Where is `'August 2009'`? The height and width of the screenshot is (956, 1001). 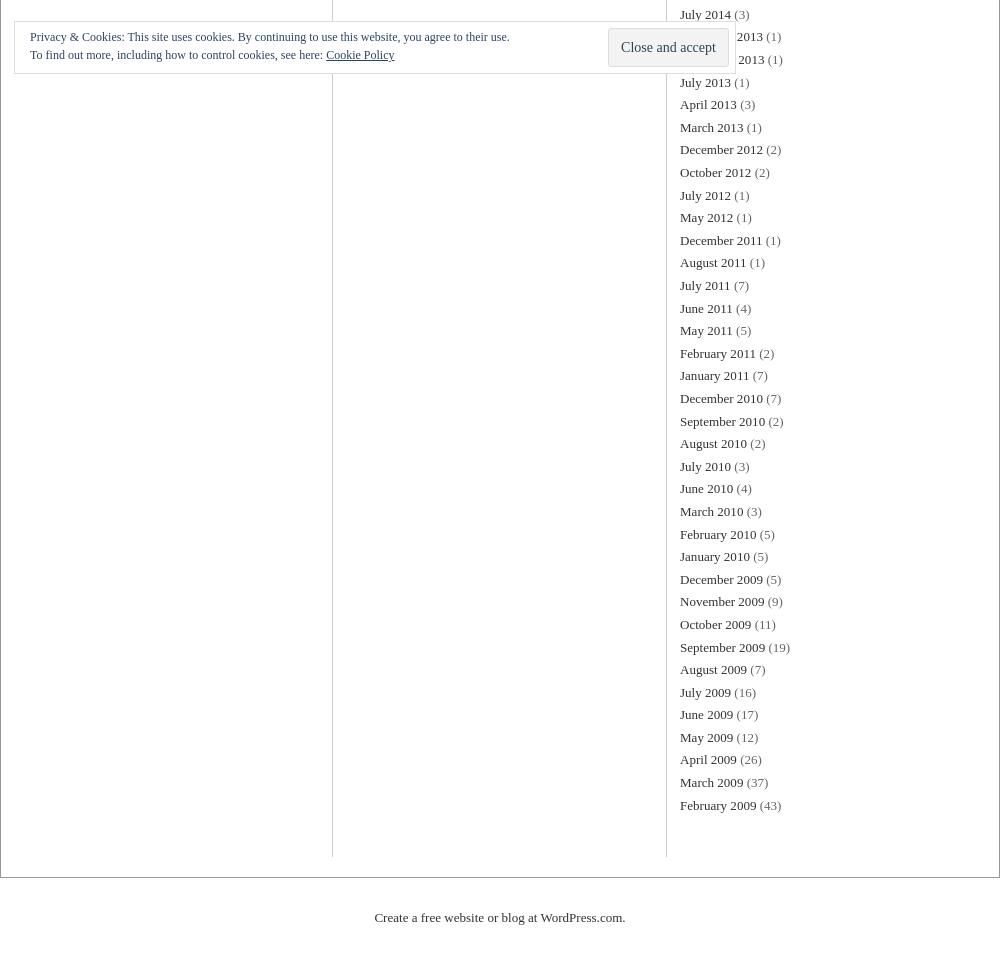 'August 2009' is located at coordinates (712, 669).